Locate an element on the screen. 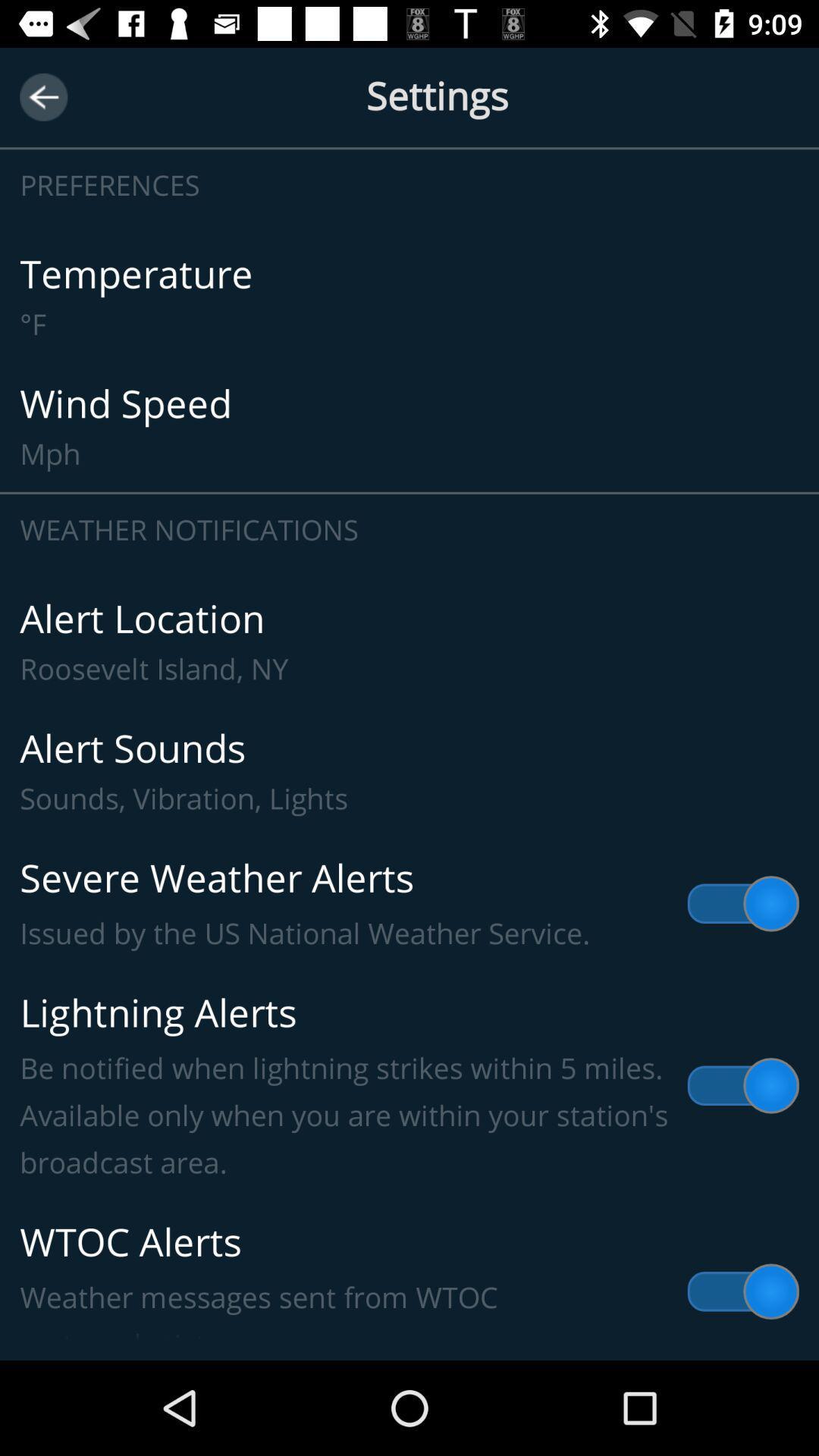  the arrow_backward icon is located at coordinates (42, 96).